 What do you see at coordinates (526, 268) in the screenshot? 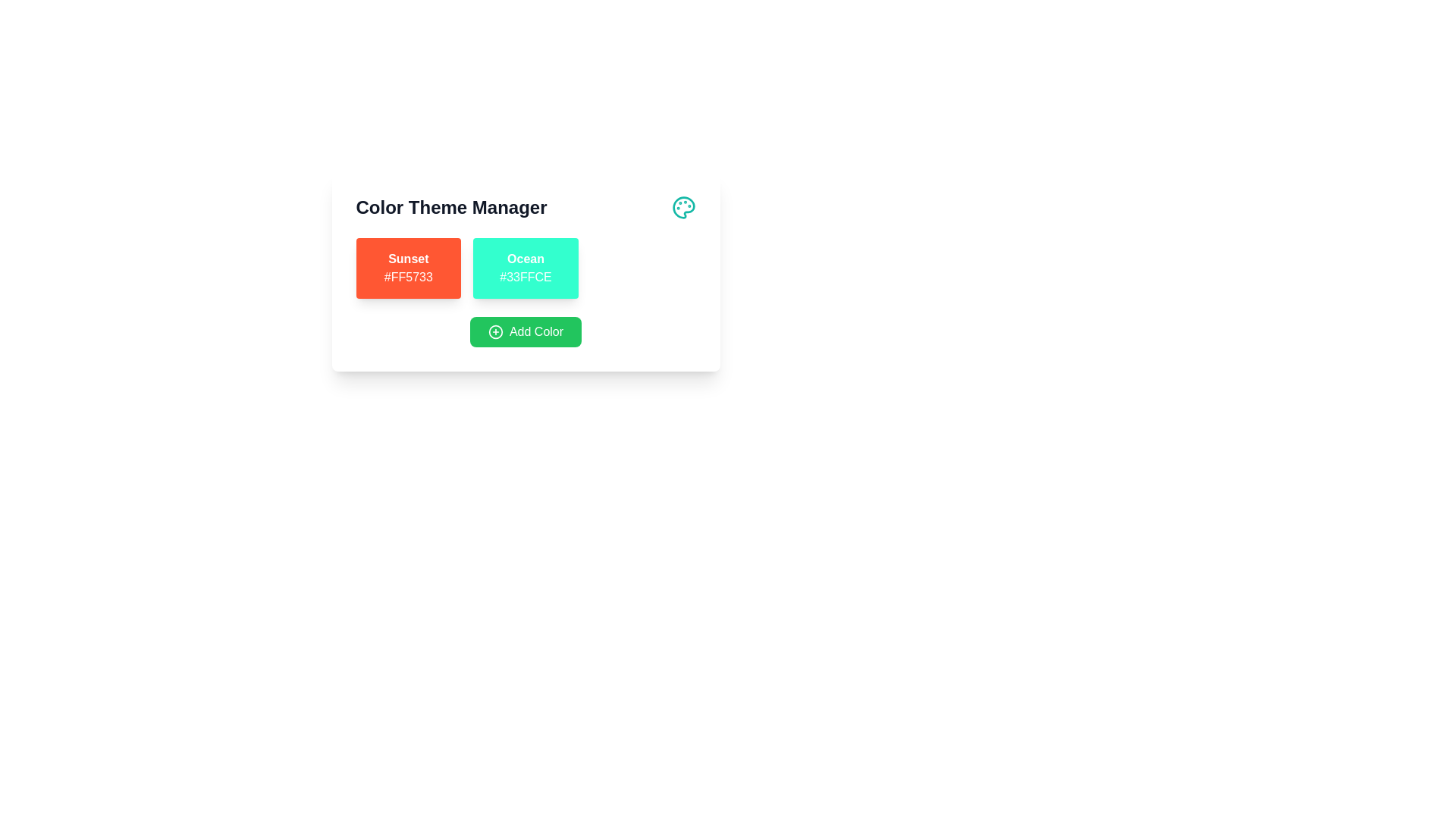
I see `the 'Ocean' color theme card, which is the middle card in a horizontal arrangement of three cards below the 'Color Theme Manager' heading` at bounding box center [526, 268].